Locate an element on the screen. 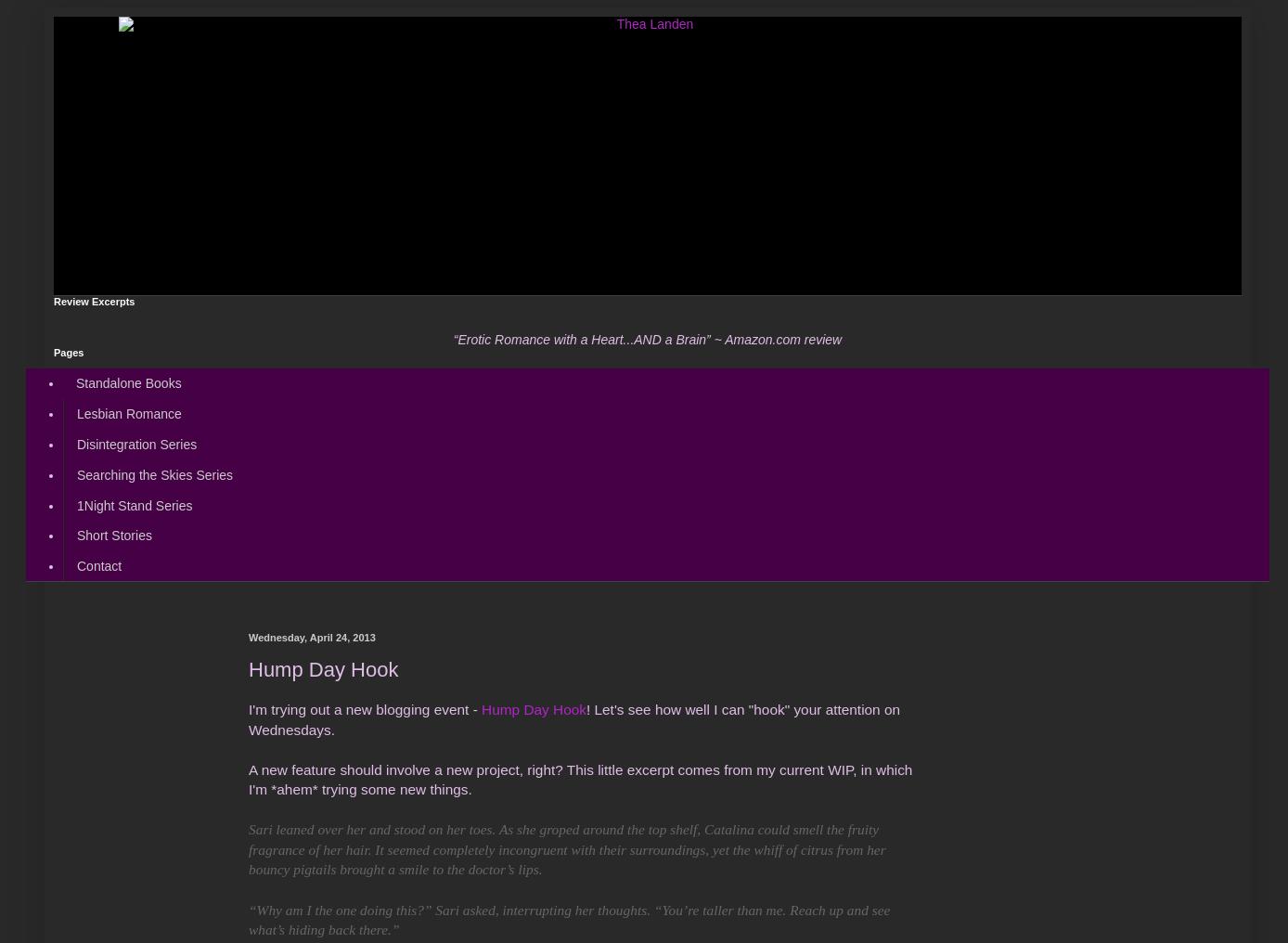 The image size is (1288, 943). '! Let's see how well I can "hook" your attention on Wednesdays.' is located at coordinates (249, 717).